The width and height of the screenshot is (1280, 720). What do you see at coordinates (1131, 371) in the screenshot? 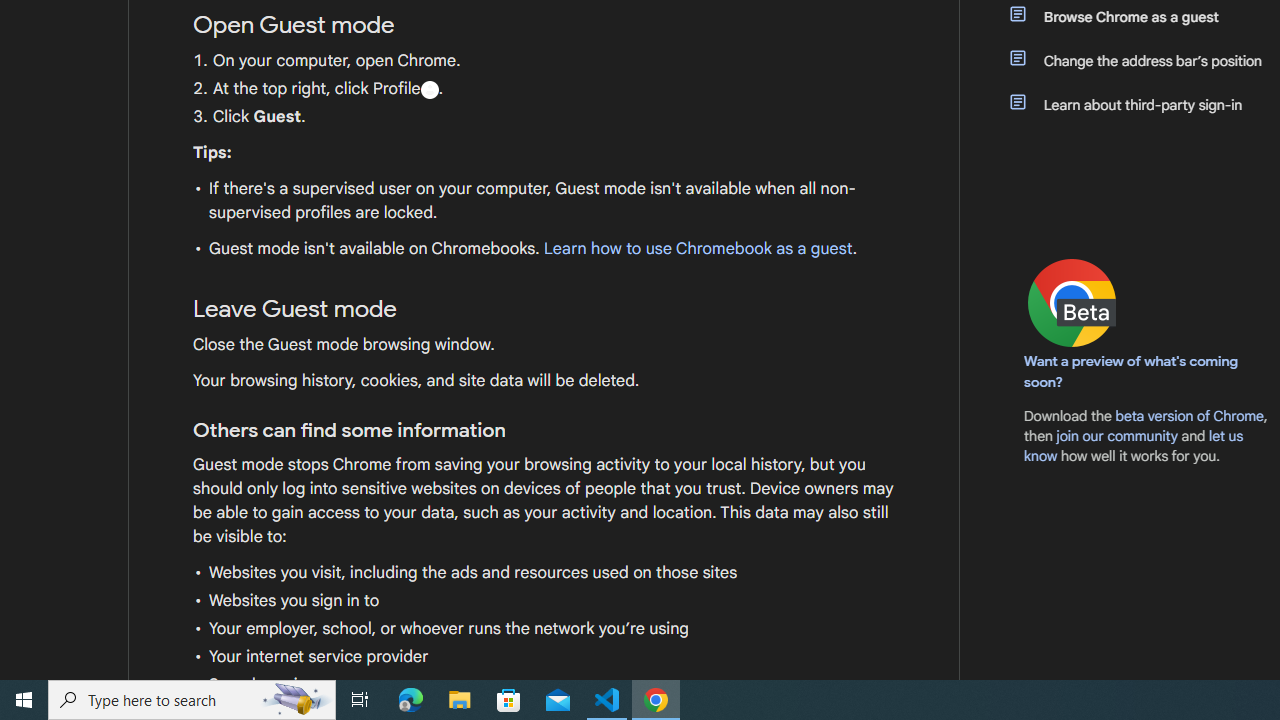
I see `'Want a preview of what'` at bounding box center [1131, 371].